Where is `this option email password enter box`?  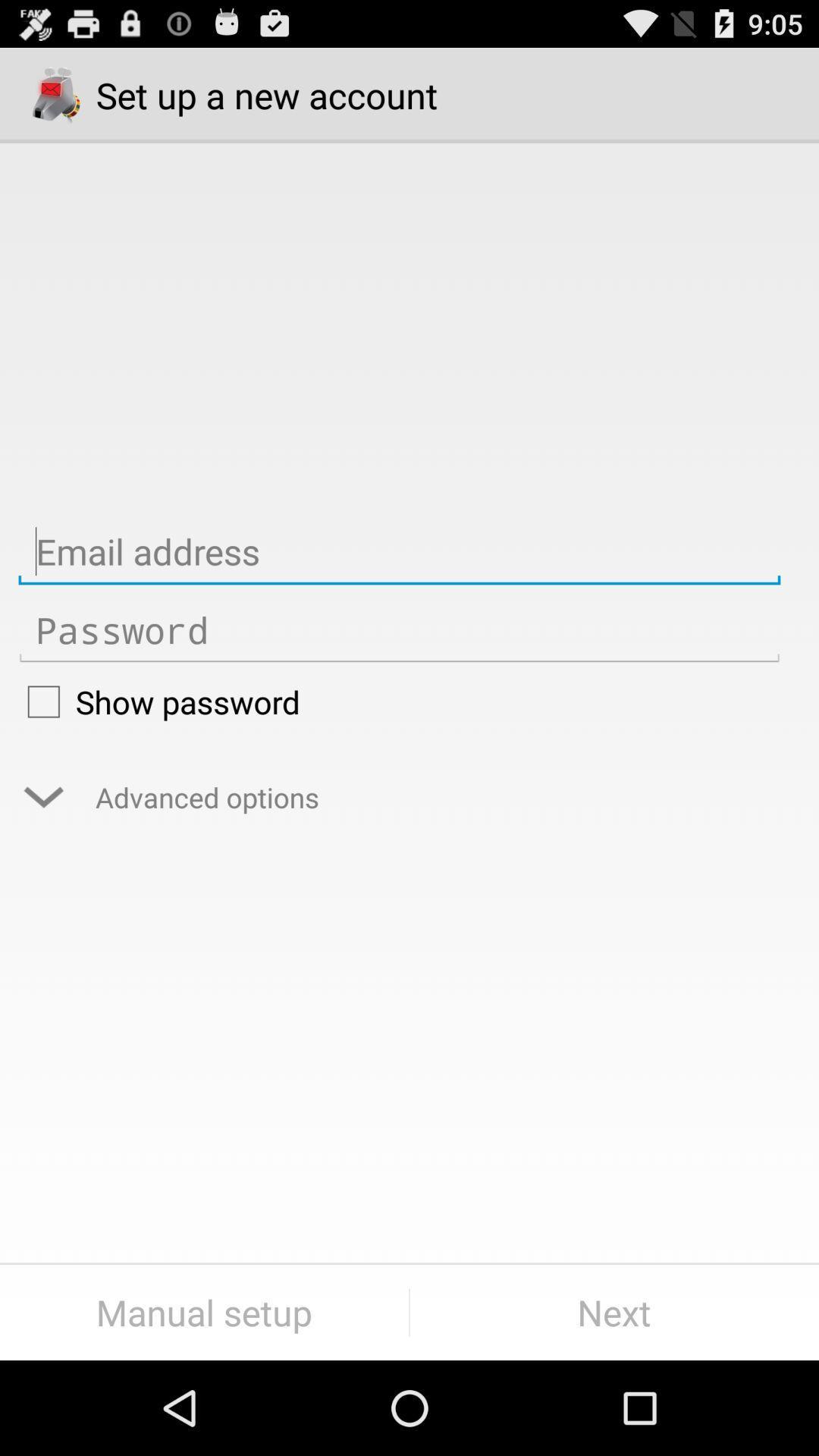
this option email password enter box is located at coordinates (398, 630).